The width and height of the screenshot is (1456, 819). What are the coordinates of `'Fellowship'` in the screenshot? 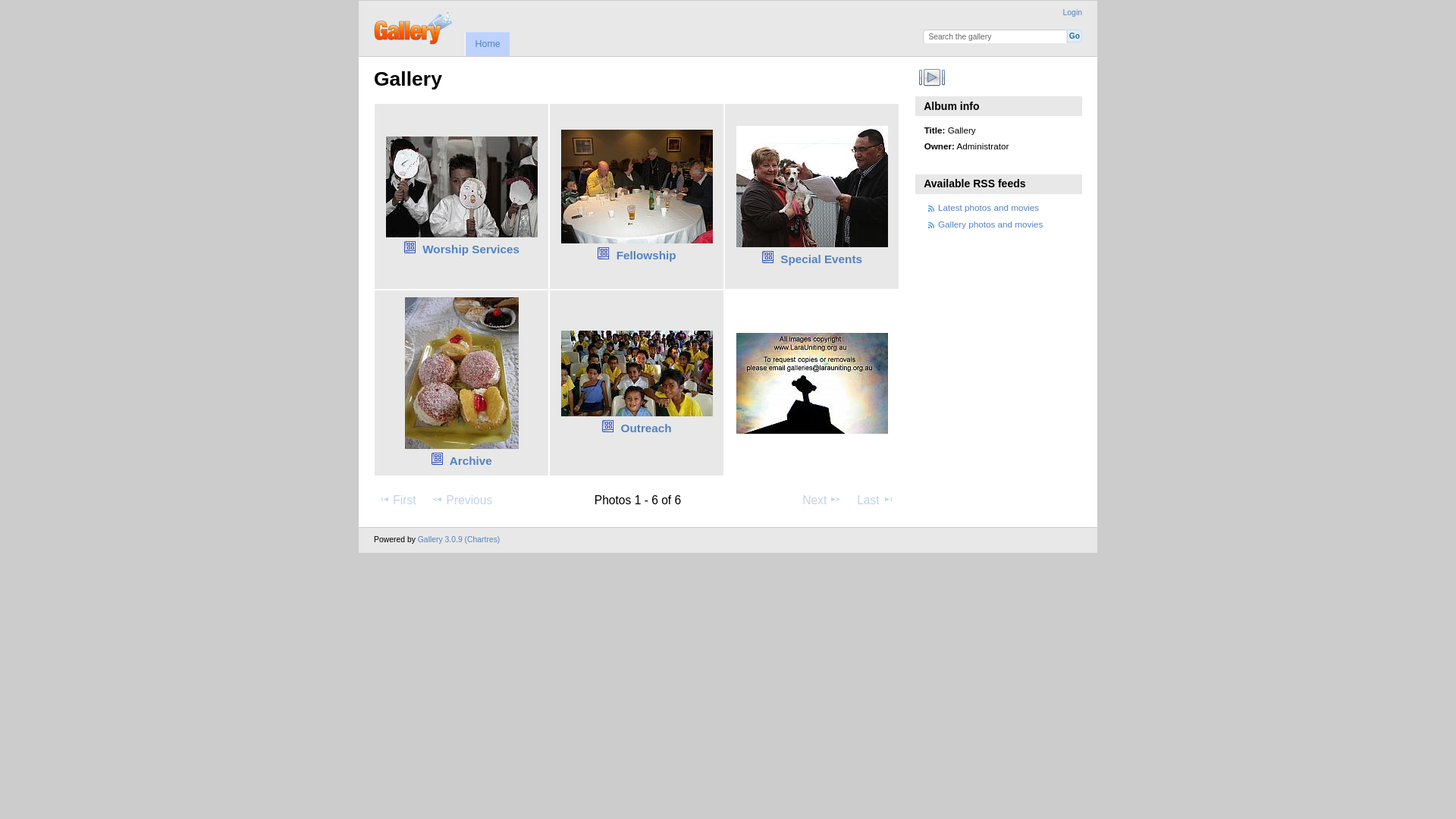 It's located at (646, 254).